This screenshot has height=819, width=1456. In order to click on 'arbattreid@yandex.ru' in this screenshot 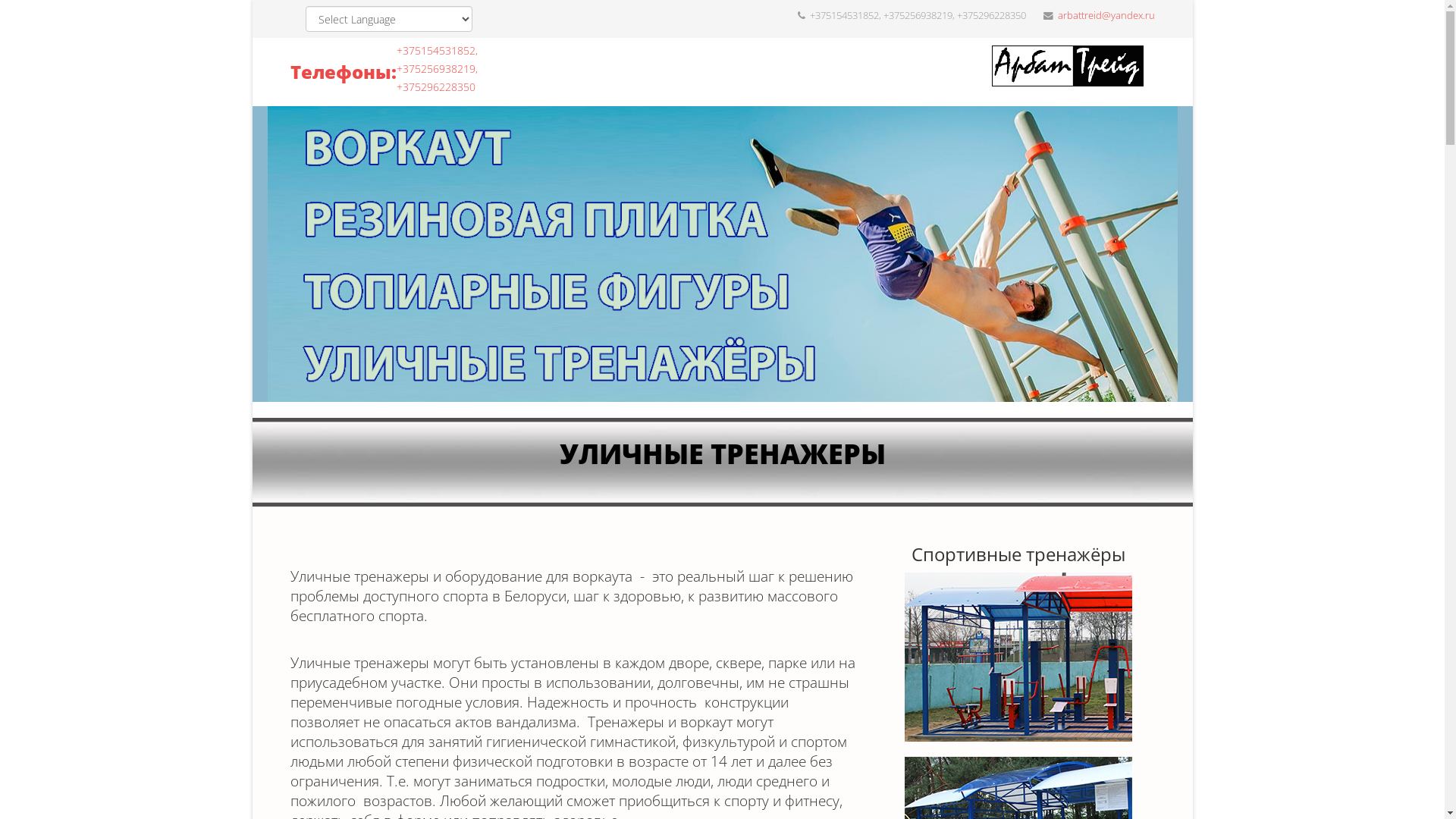, I will do `click(1106, 15)`.